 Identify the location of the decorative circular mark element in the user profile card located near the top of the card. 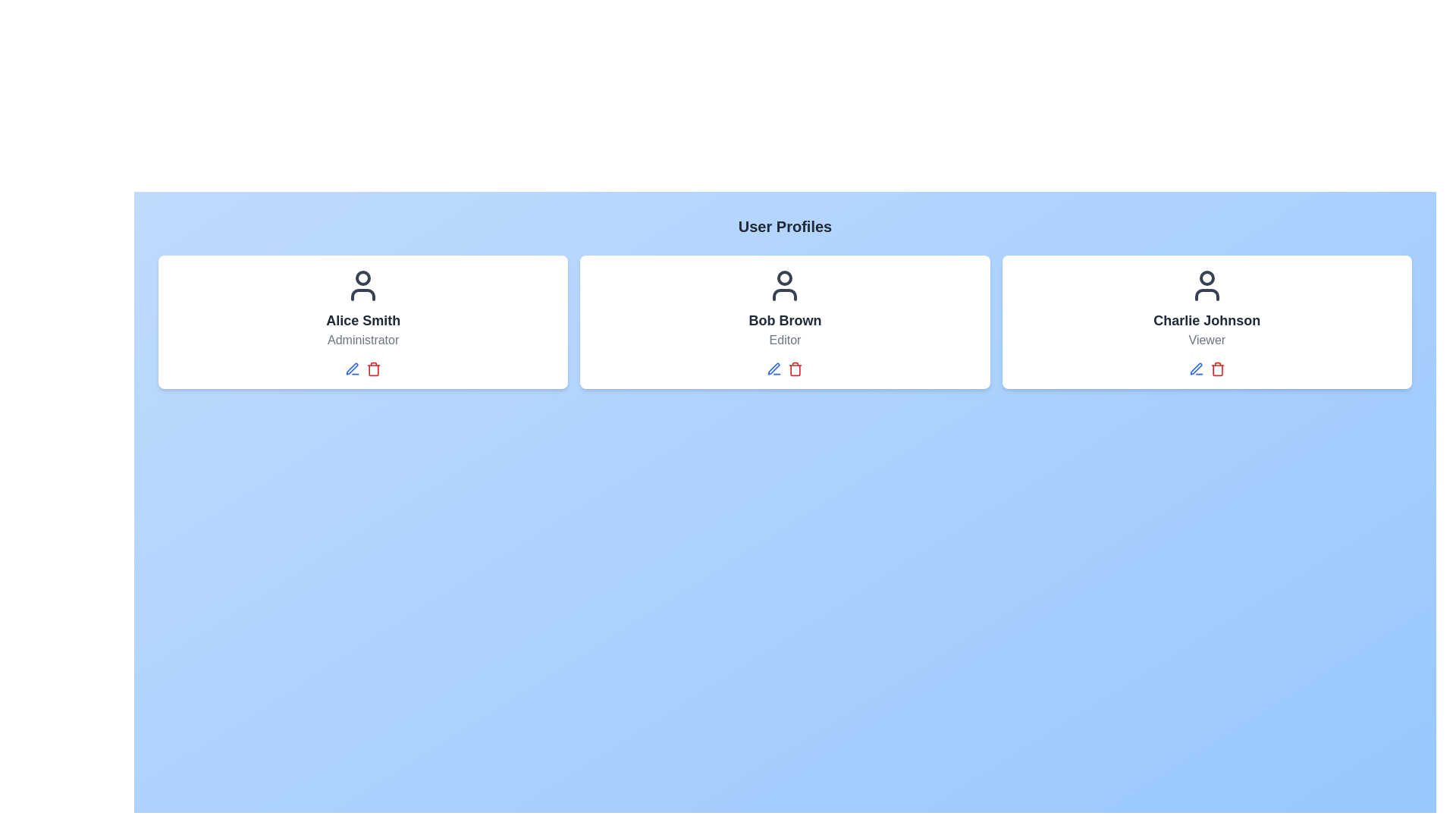
(362, 278).